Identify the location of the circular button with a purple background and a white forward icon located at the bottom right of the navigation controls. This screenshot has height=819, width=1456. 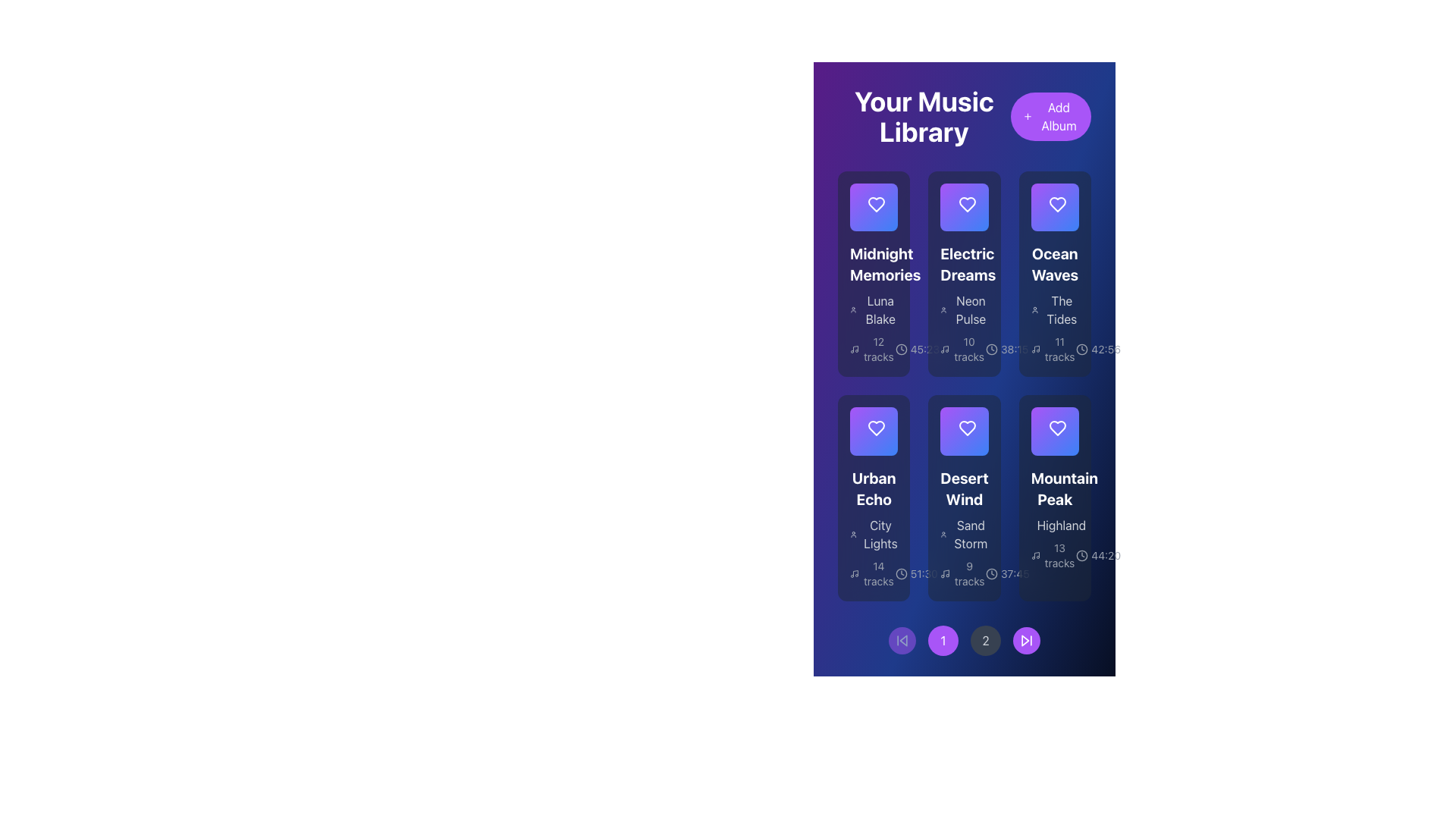
(1026, 640).